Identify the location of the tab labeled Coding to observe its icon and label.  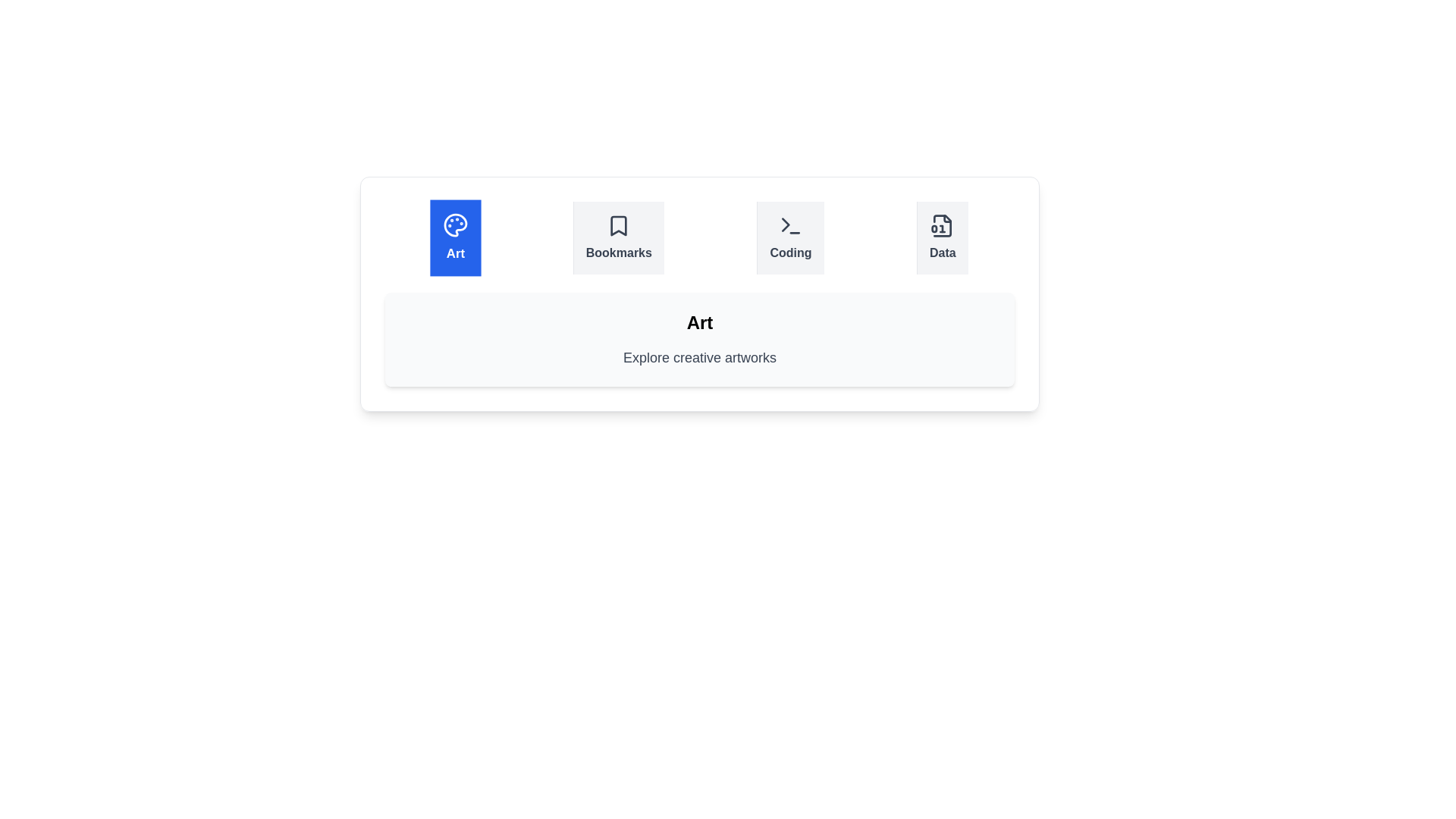
(789, 237).